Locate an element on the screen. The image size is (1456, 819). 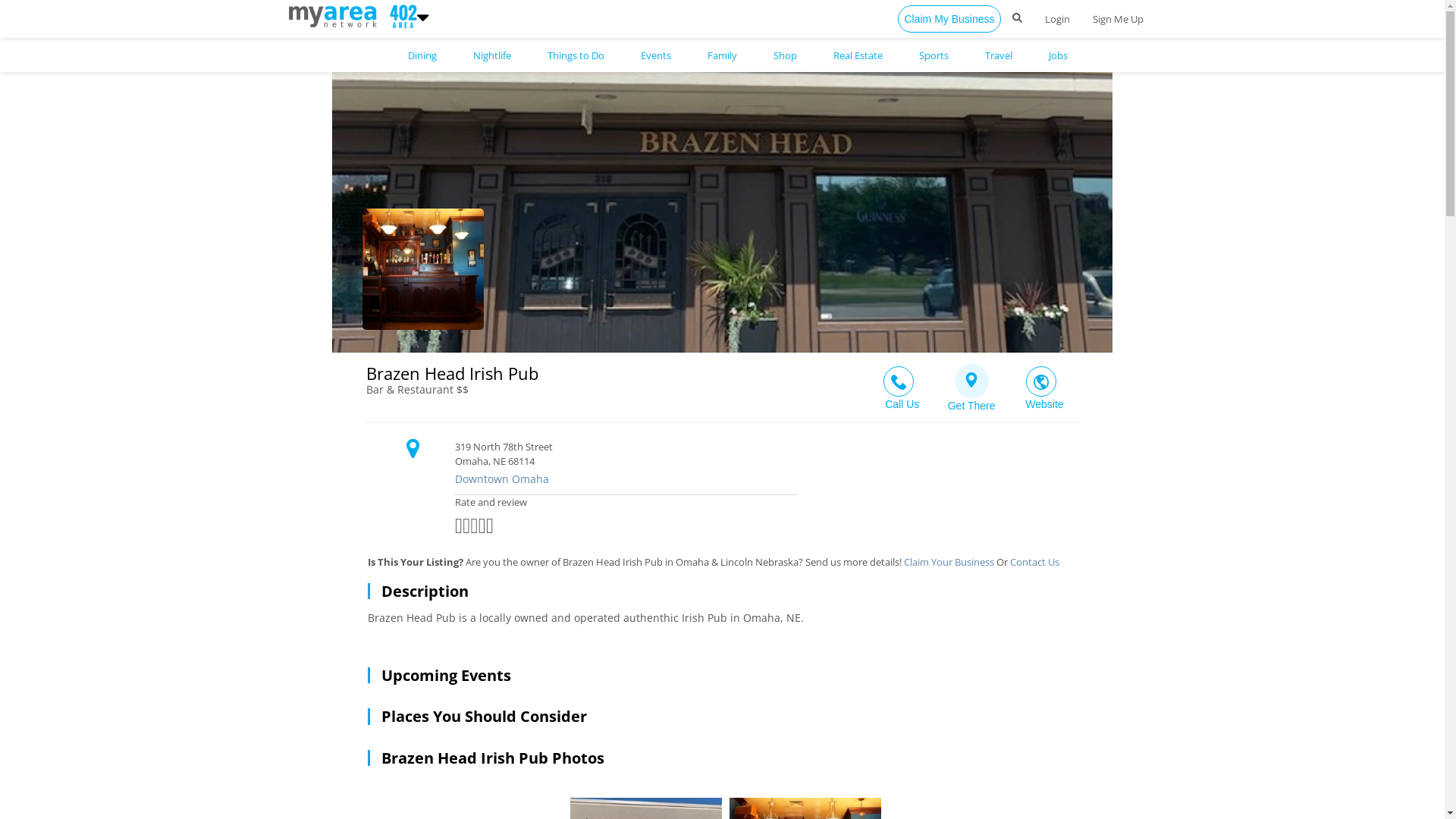
'Real Estate' is located at coordinates (857, 55).